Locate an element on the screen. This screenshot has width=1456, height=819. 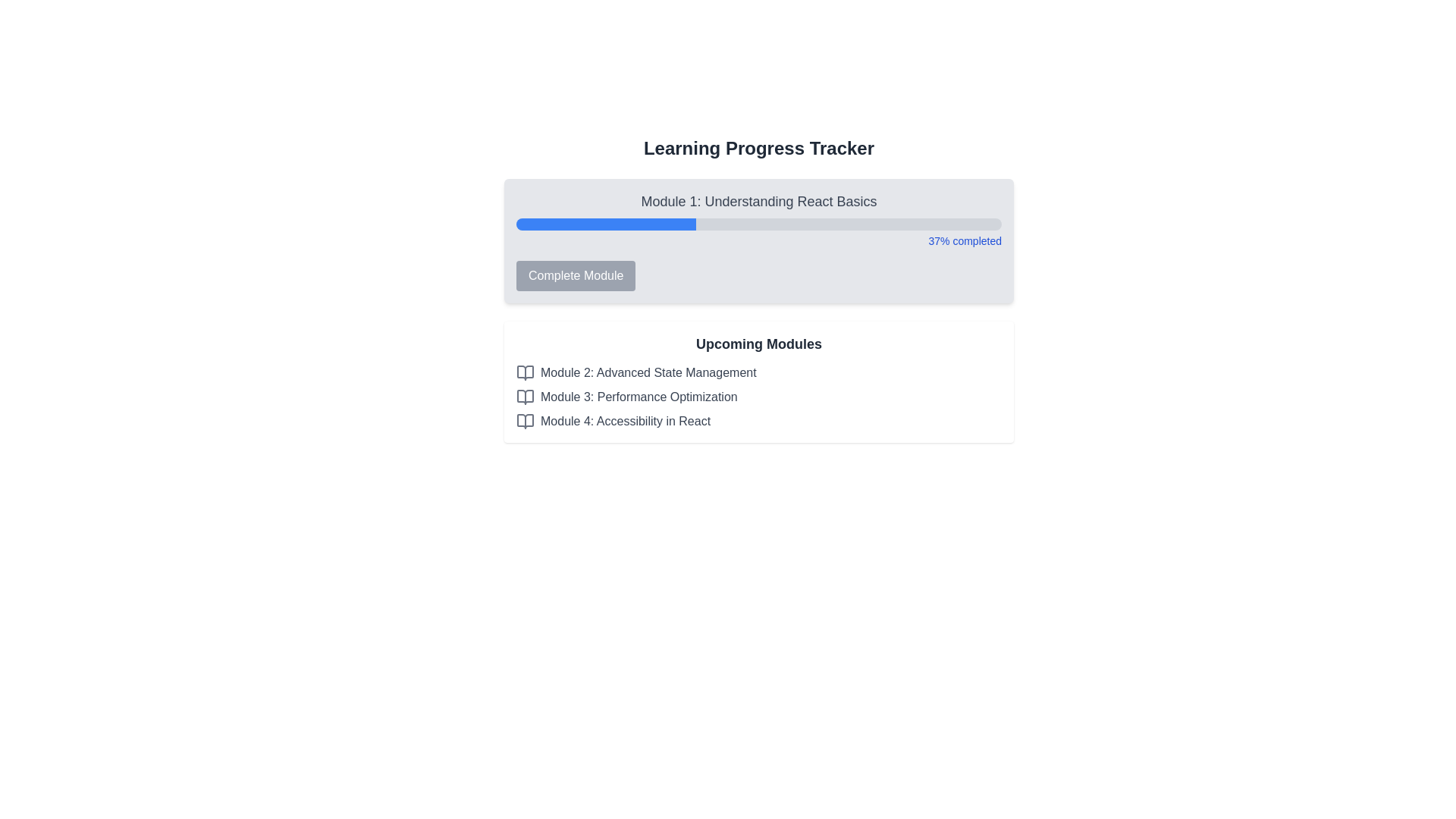
the filled portion of the progress indicator segment in the 'Learning Progress Tracker' section, which visually represents the completion percentage of a module's progress is located at coordinates (593, 224).